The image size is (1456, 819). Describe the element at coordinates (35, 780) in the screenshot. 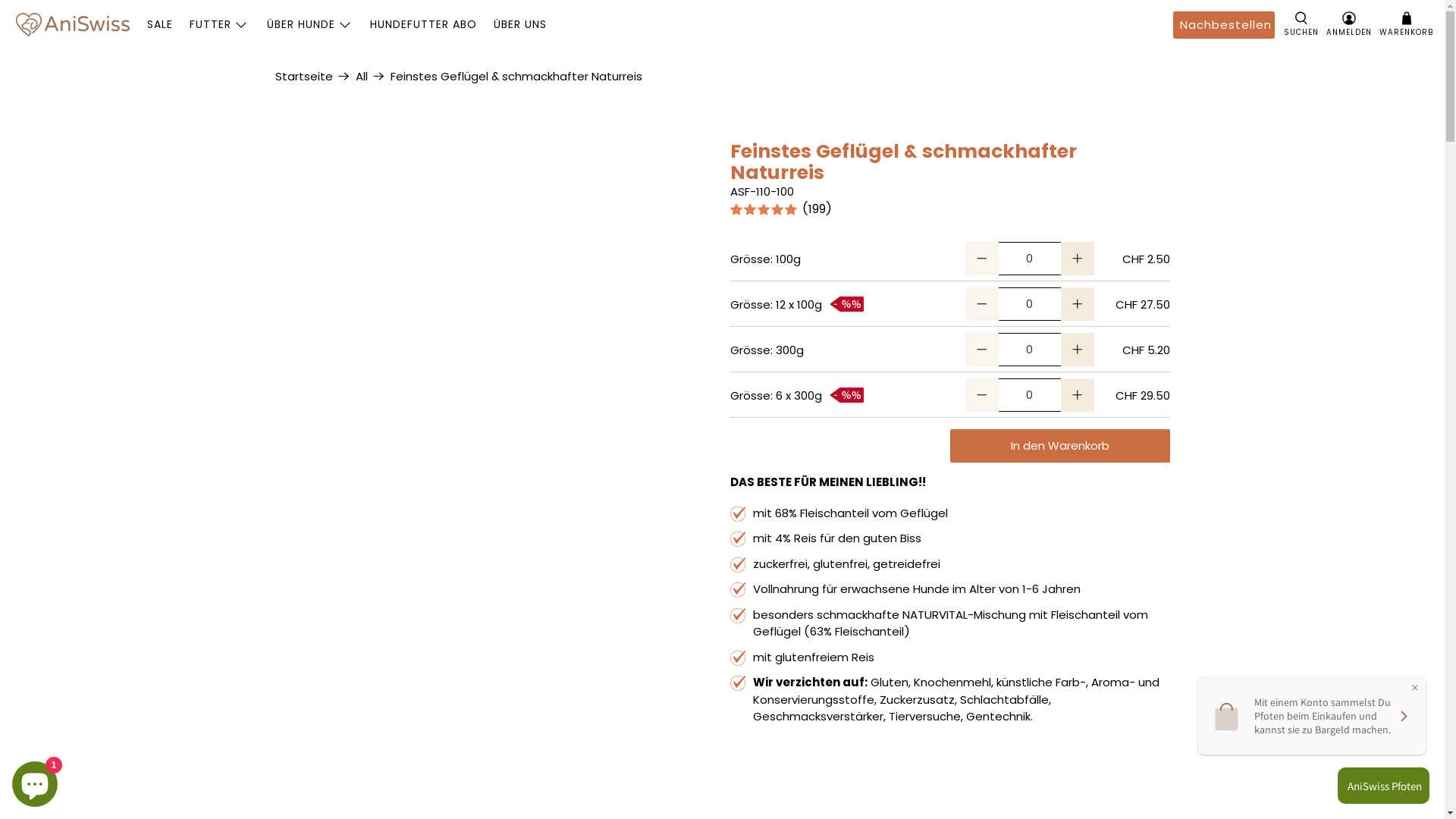

I see `'Onlineshop-Chat von Shopify'` at that location.